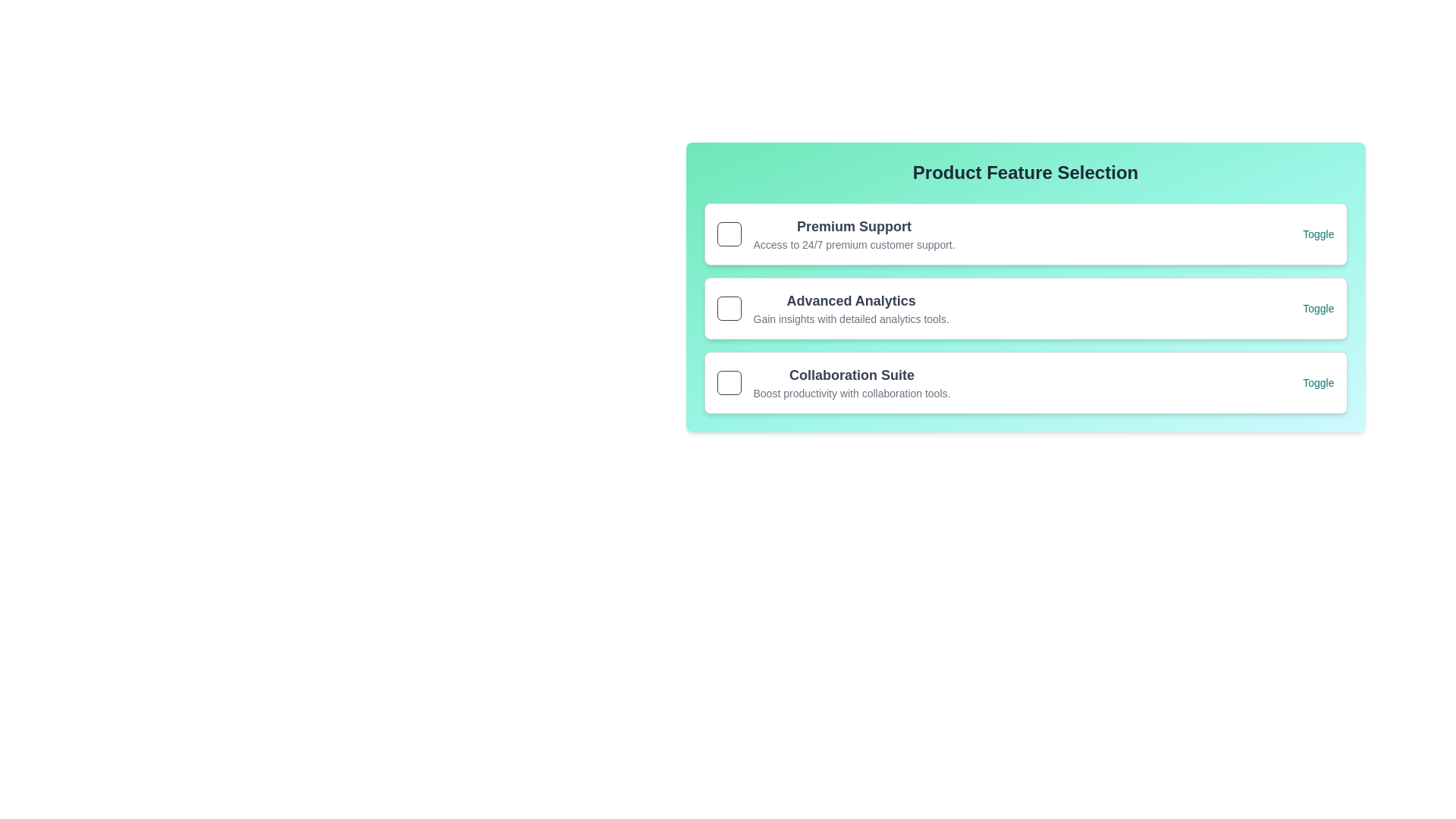 The width and height of the screenshot is (1456, 819). Describe the element at coordinates (1025, 382) in the screenshot. I see `the checkbox in the Interactive feature card labeled 'Collaboration Suite'` at that location.